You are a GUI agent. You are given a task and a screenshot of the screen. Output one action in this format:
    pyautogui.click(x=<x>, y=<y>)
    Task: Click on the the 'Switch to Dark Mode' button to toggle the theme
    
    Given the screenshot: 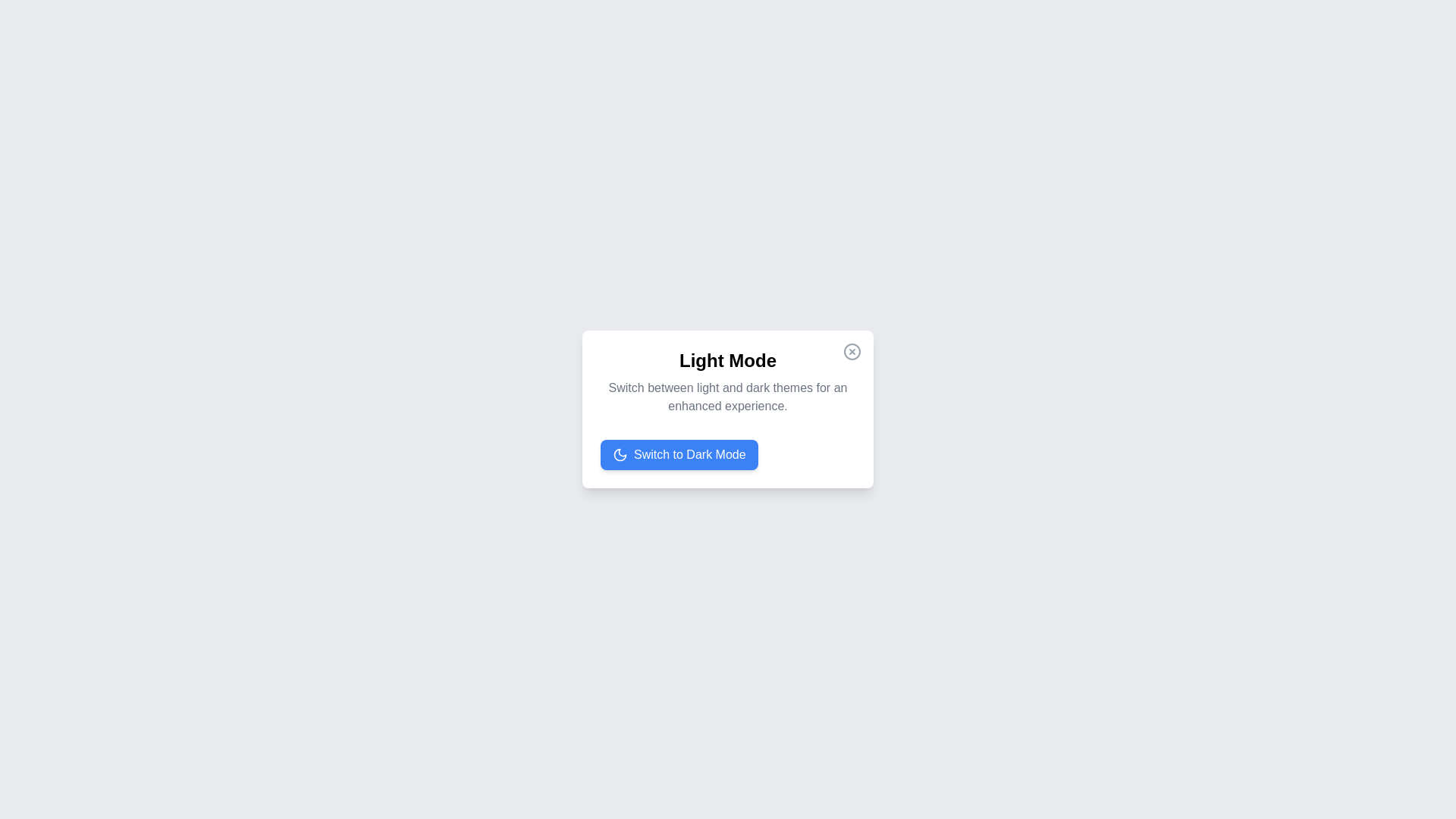 What is the action you would take?
    pyautogui.click(x=677, y=454)
    